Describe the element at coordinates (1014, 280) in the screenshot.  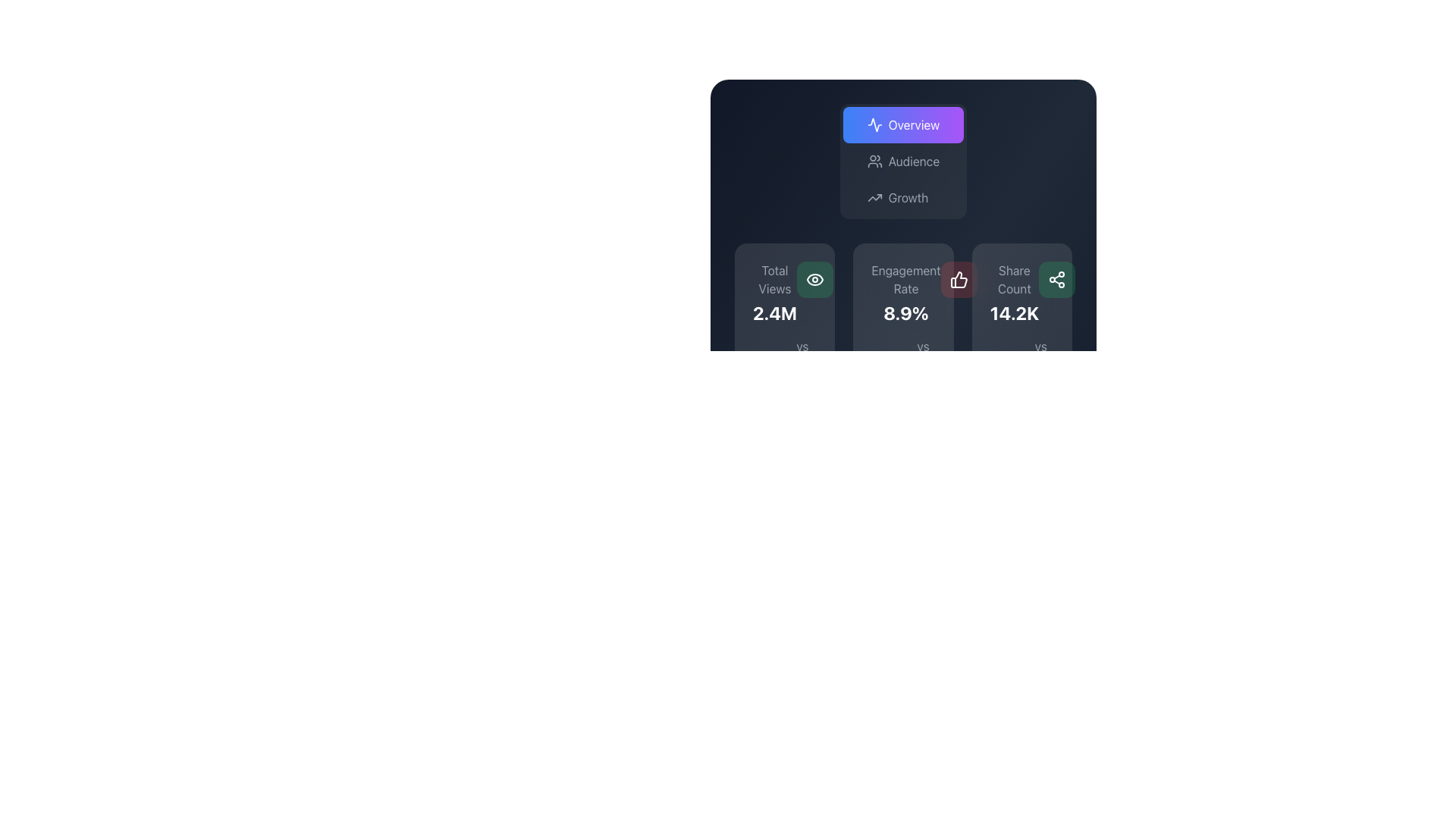
I see `the 'Share Count' text display, which is a smaller, gray-colored label located above the numerical value '14.2K' in the statistics area` at that location.